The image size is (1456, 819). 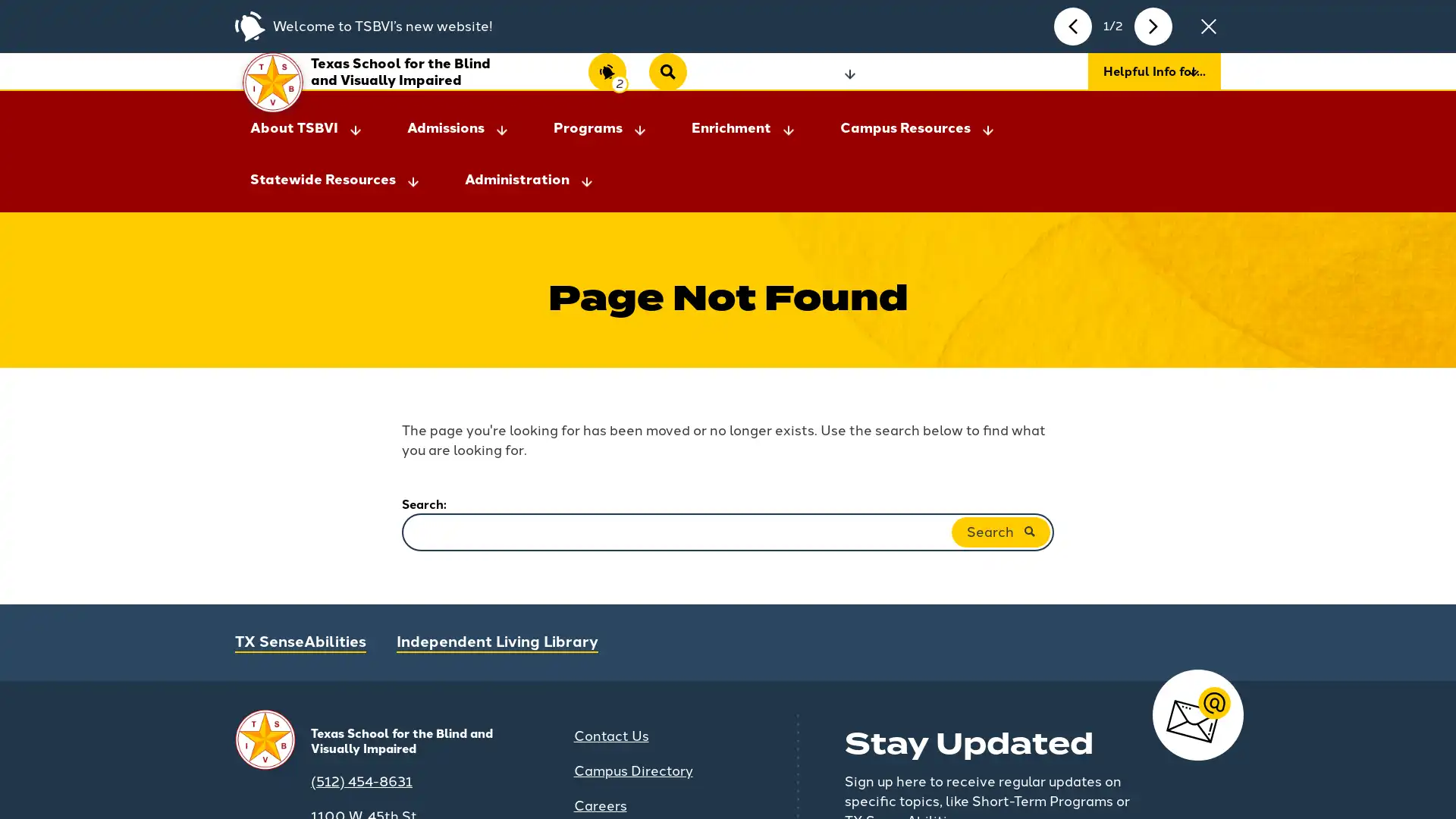 What do you see at coordinates (1207, 26) in the screenshot?
I see `Close Alert Bar` at bounding box center [1207, 26].